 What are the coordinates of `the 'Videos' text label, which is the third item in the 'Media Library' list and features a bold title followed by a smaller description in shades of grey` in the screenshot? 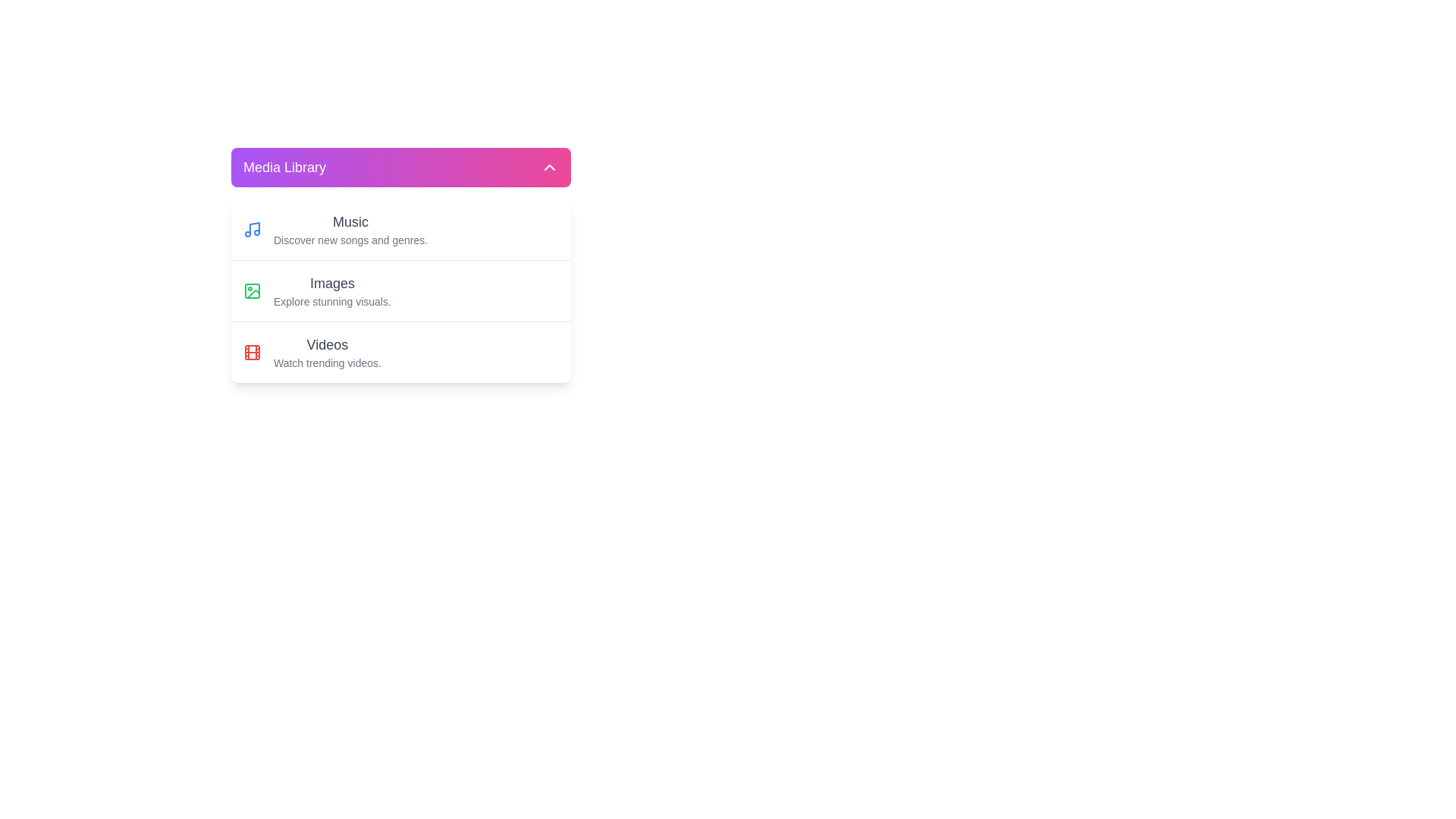 It's located at (327, 353).